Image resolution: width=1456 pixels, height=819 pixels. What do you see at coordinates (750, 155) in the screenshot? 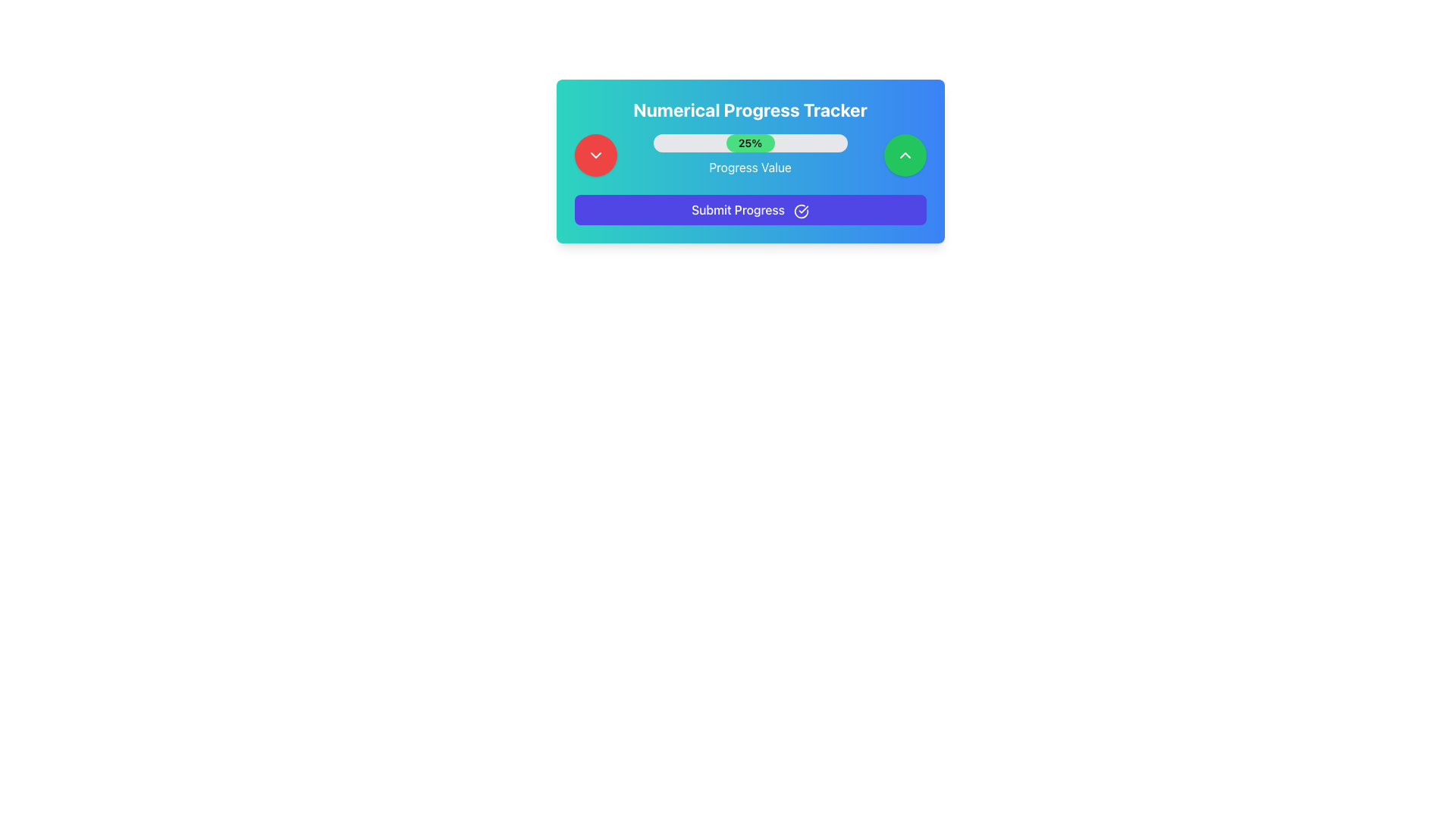
I see `the progress bar located below the 'Numerical Progress Tracker' heading and above the 'Submit Progress' button to adjust its position` at bounding box center [750, 155].